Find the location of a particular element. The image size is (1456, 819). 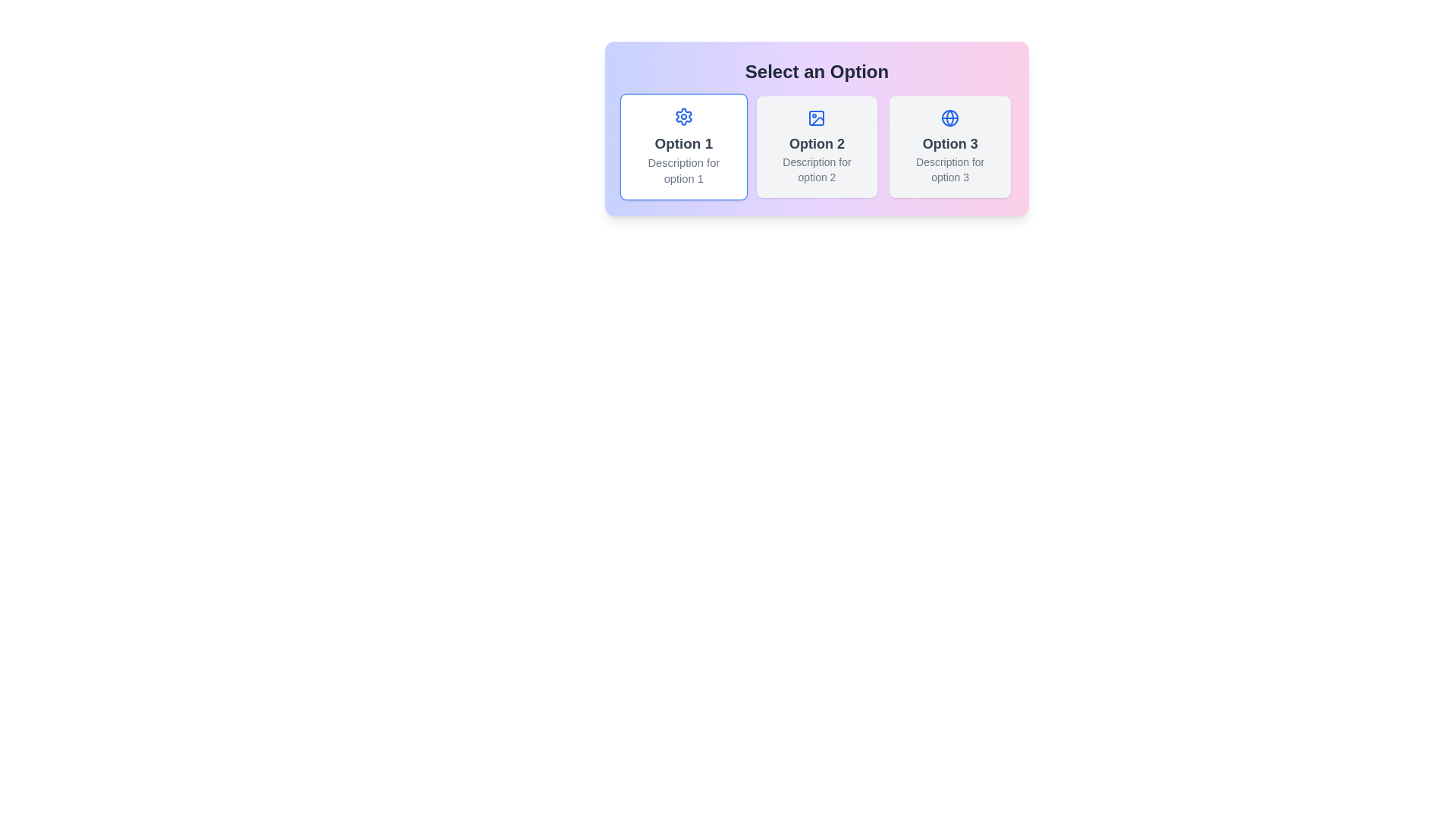

the descriptive text element reading 'Description for option 3', which is located below the heading 'Option 3' in the third selectable box of the horizontal selection panel is located at coordinates (949, 169).